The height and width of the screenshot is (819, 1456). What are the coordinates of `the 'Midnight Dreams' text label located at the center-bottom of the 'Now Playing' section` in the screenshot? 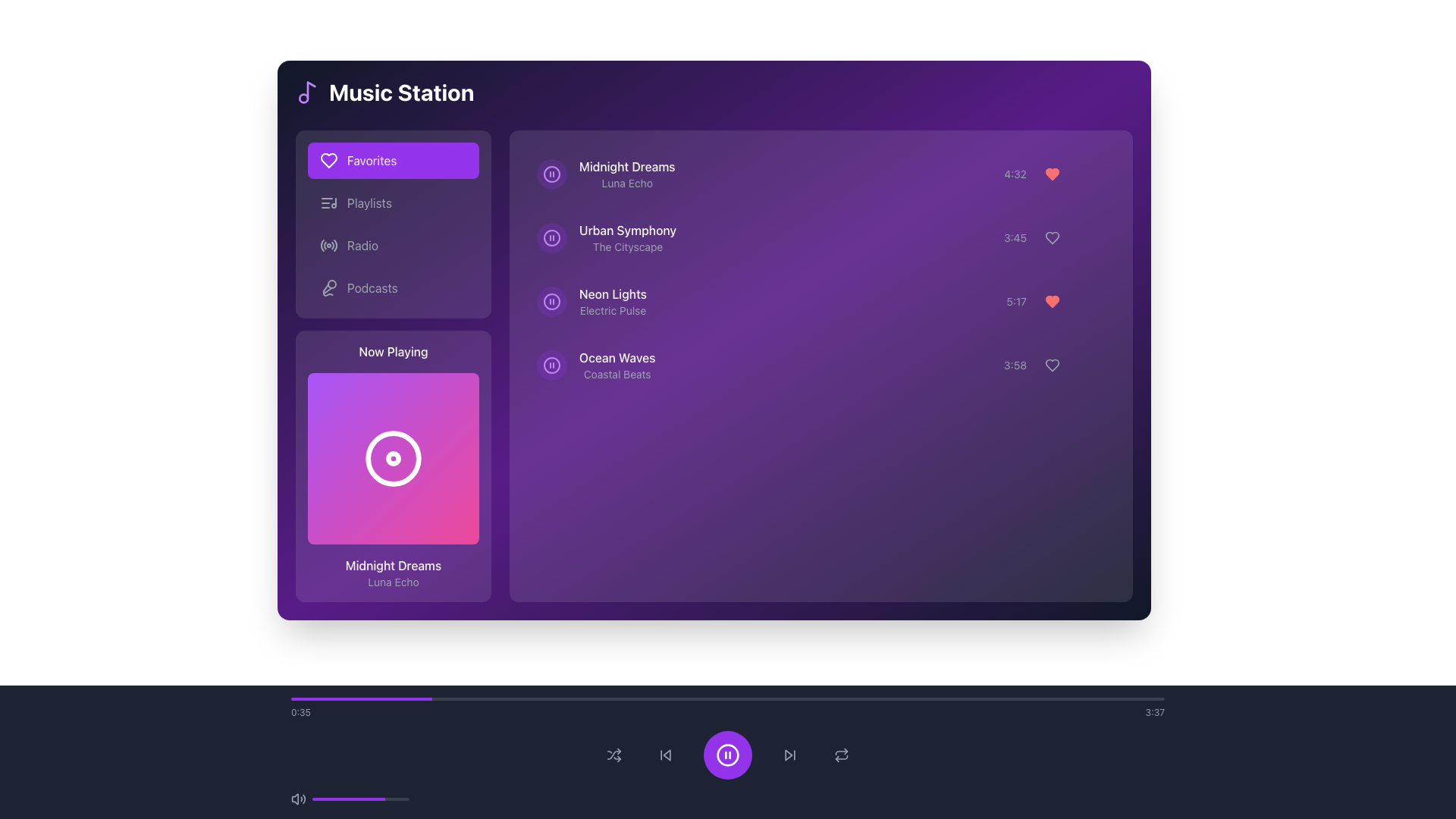 It's located at (393, 565).